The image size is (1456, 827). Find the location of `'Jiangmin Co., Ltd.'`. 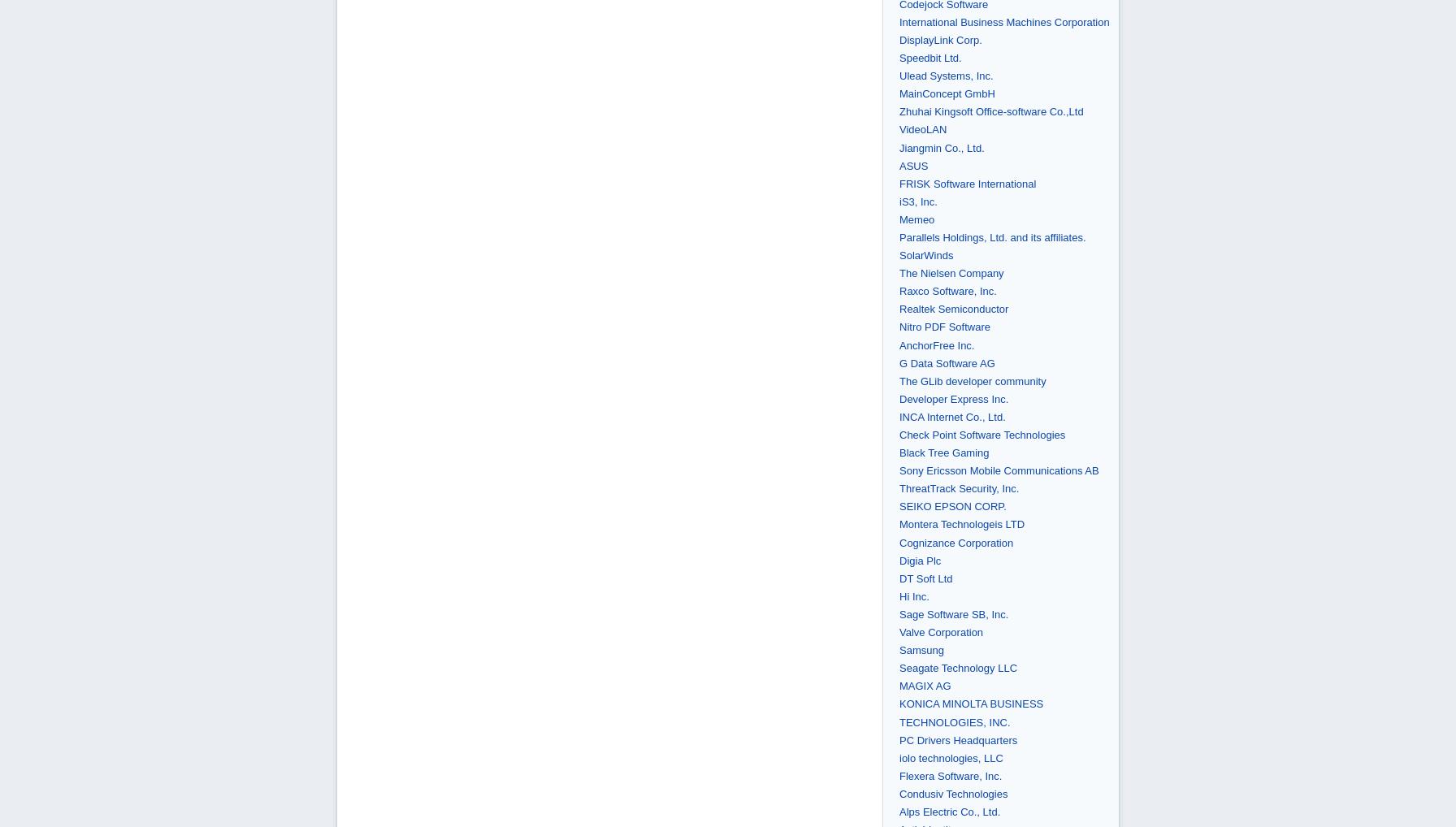

'Jiangmin Co., Ltd.' is located at coordinates (942, 147).